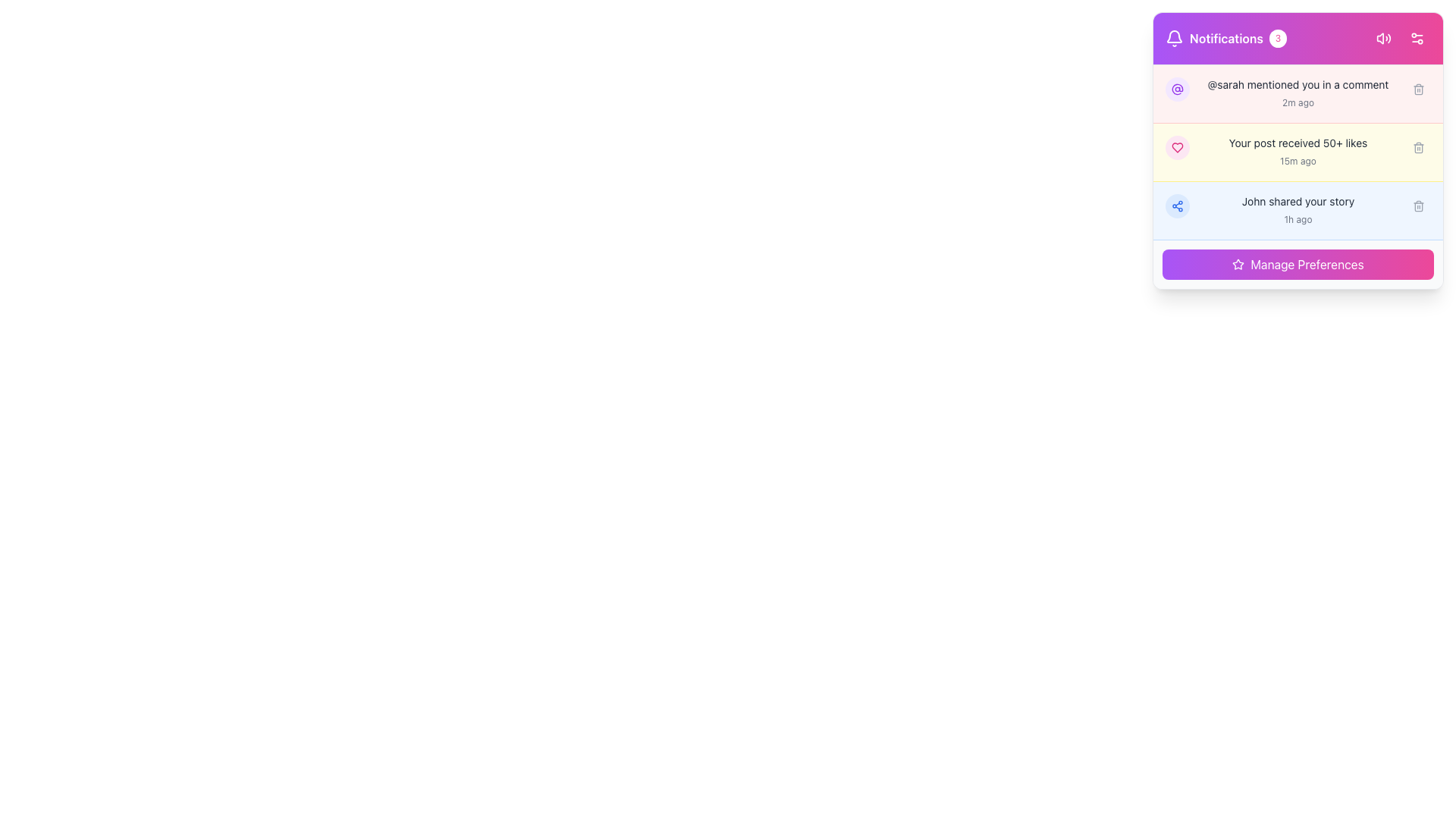 Image resolution: width=1456 pixels, height=819 pixels. Describe the element at coordinates (1418, 89) in the screenshot. I see `the small rounded button with a gray trashcan icon that indicates a delete action, located to the right of the notification text '@sarah mentioned you in a comment' within the first notification row of the notification panel` at that location.